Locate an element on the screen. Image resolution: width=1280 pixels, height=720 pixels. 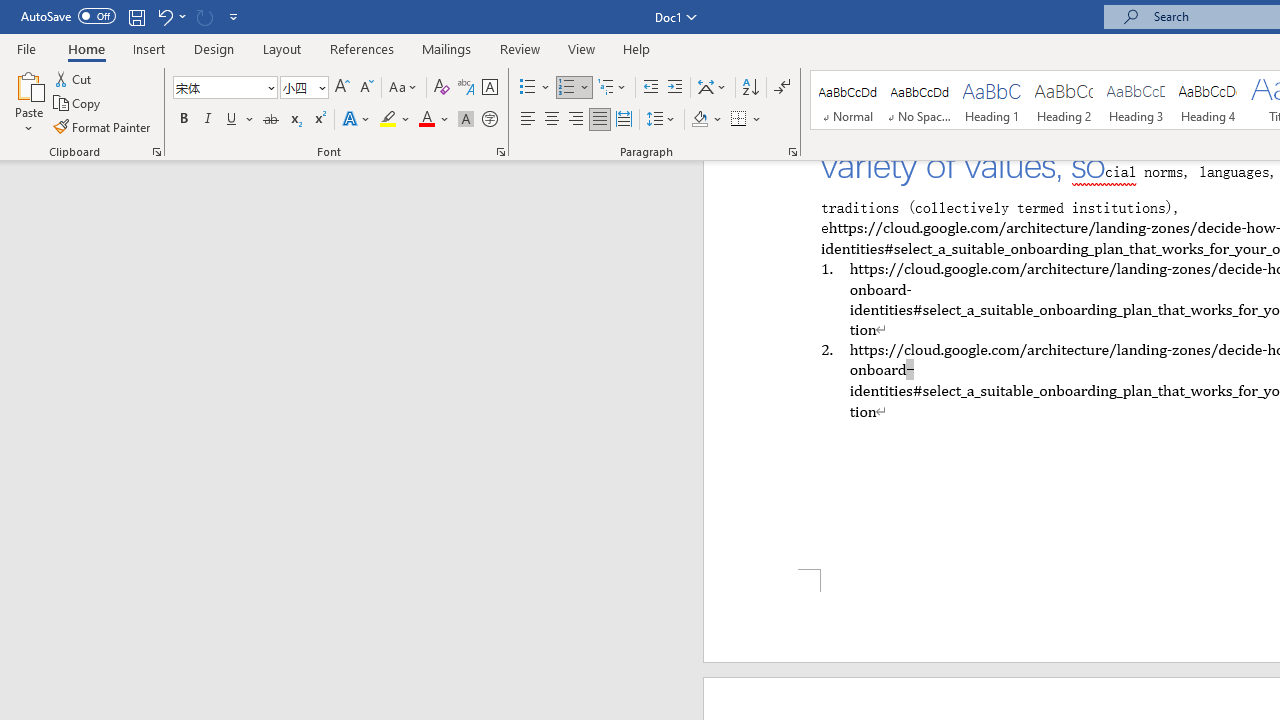
'Undo Apply Quick Style' is located at coordinates (164, 16).